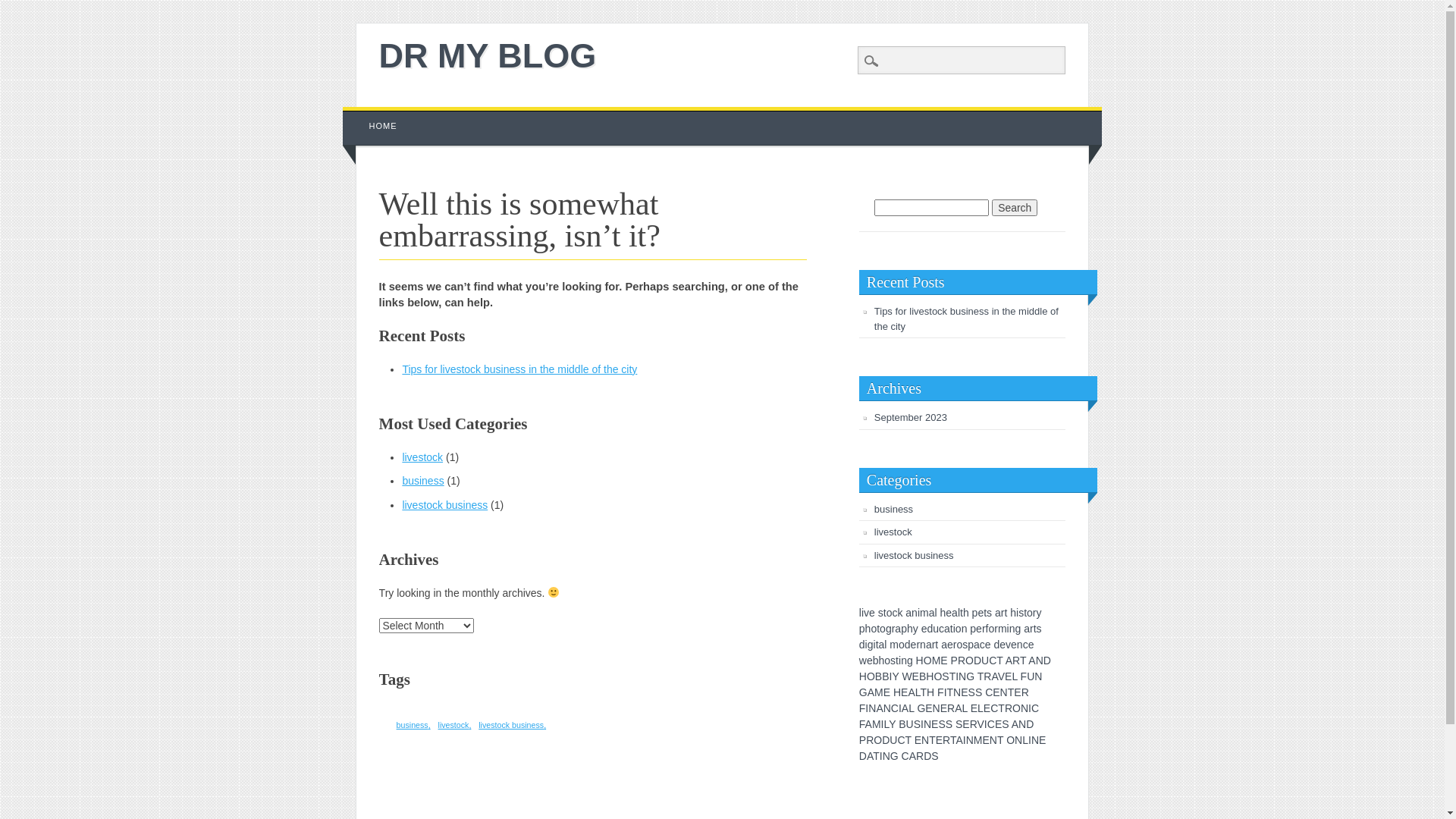 The image size is (1456, 819). I want to click on 'Skip to content', so click(378, 113).